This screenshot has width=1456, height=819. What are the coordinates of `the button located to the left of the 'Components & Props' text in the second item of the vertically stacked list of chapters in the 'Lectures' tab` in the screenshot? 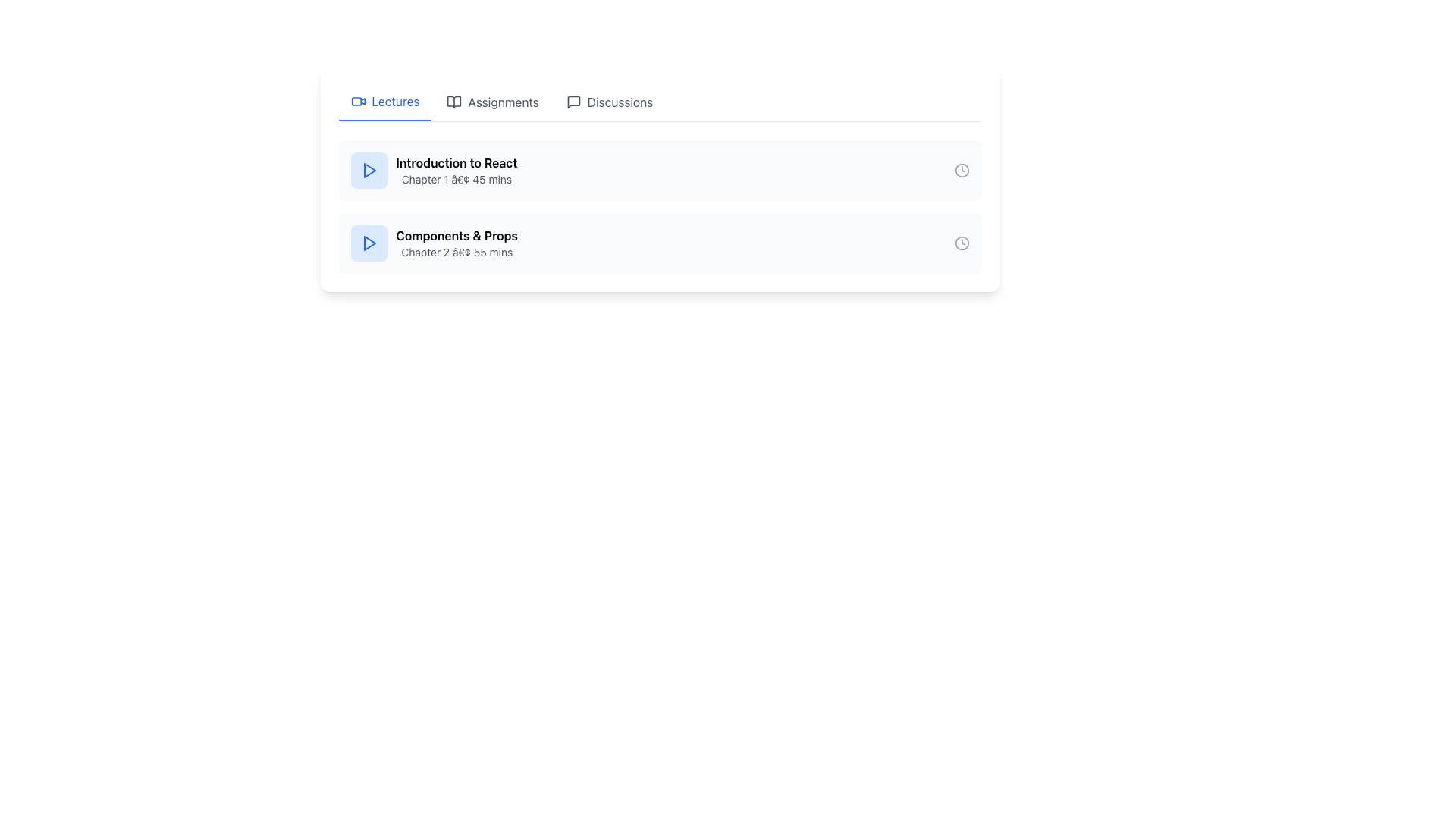 It's located at (369, 242).